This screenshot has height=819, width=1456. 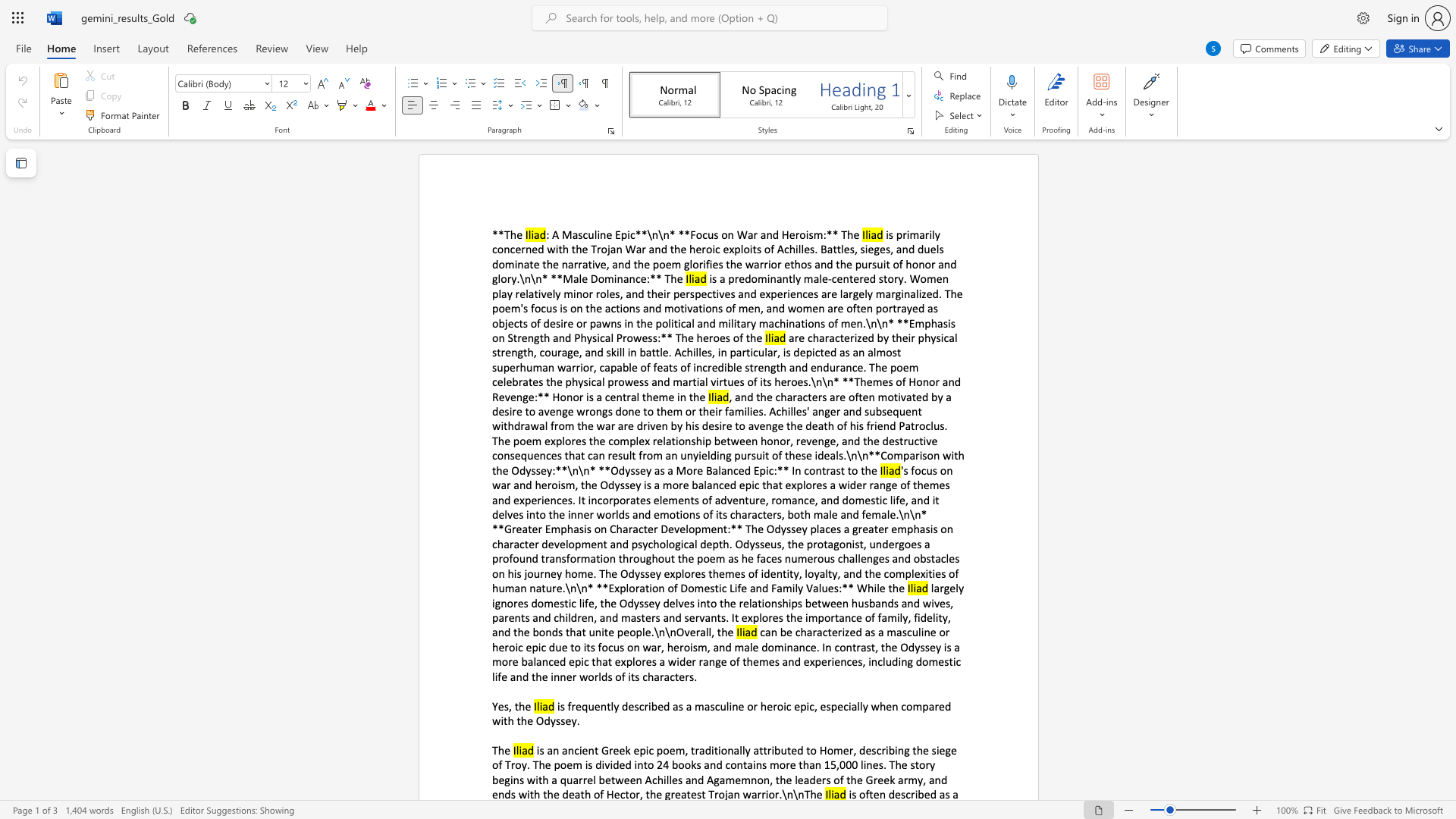 What do you see at coordinates (669, 248) in the screenshot?
I see `the subset text "the heroic exploits of Achilles. Battles, sieges, and duels dominate the narrative, and the poem glorifie" within the text "is primarily concerned with the Trojan War and the heroic exploits of Achilles. Battles, sieges, and duels dominate the narrative, and the poem glorifies the warrior ethos and the pursuit of honor and glory.\n\n* **Male Dominance:** The"` at bounding box center [669, 248].